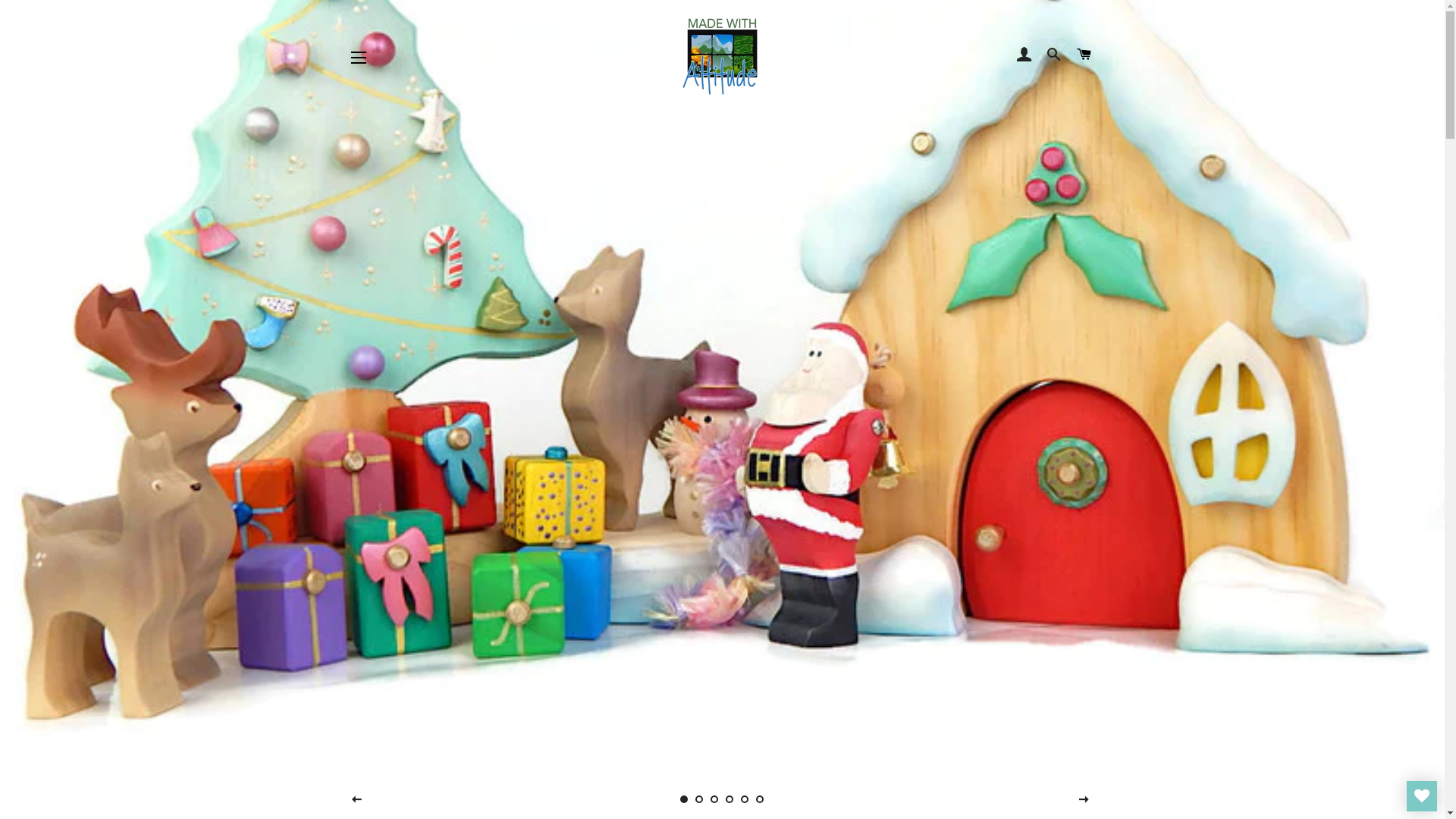 This screenshot has width=1456, height=819. What do you see at coordinates (1053, 54) in the screenshot?
I see `'SEARCH'` at bounding box center [1053, 54].